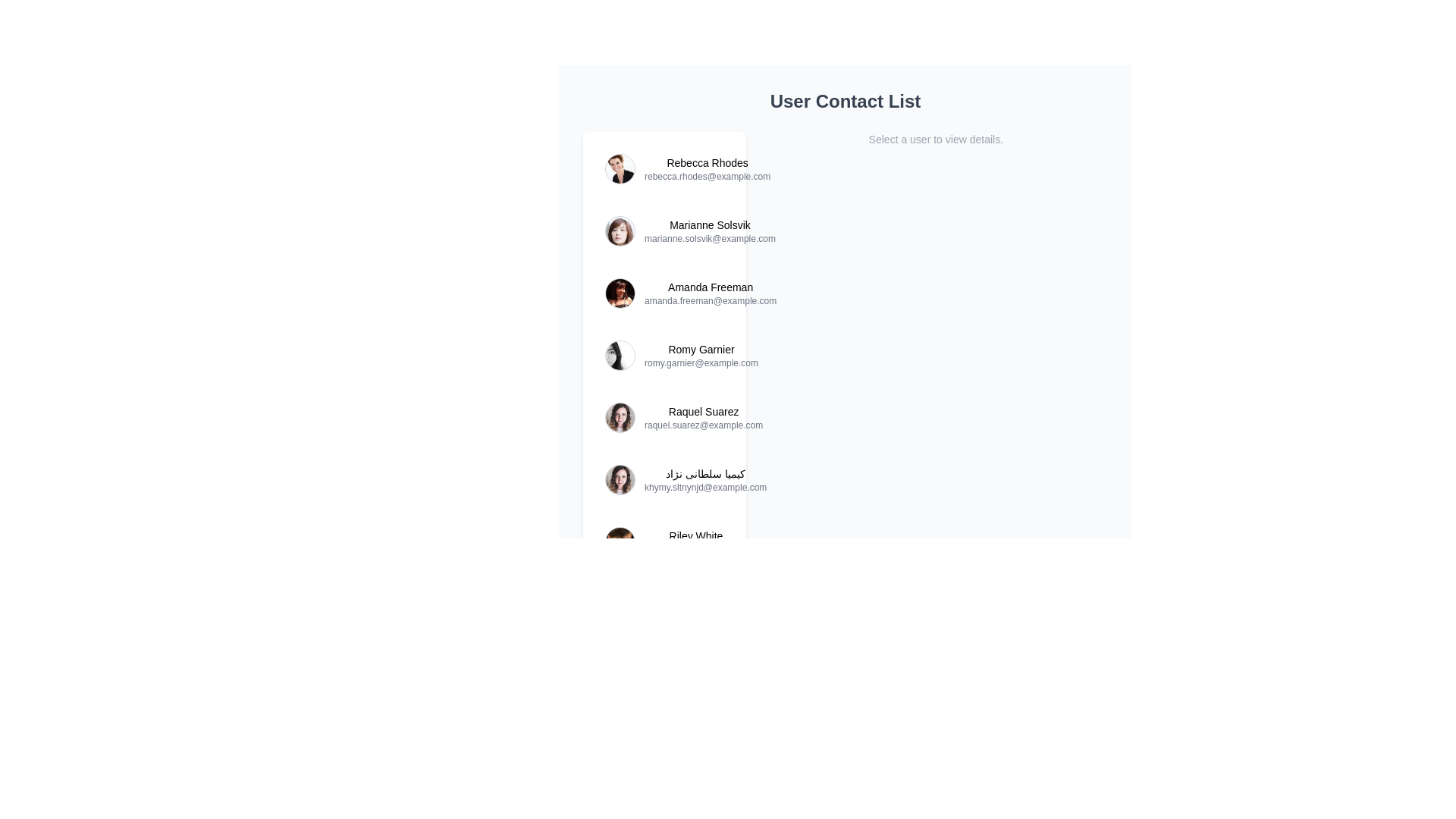 This screenshot has width=1456, height=819. Describe the element at coordinates (703, 418) in the screenshot. I see `the text label pair displaying the user's name and email address located in the fifth entry of the vertically aligned user contact list` at that location.